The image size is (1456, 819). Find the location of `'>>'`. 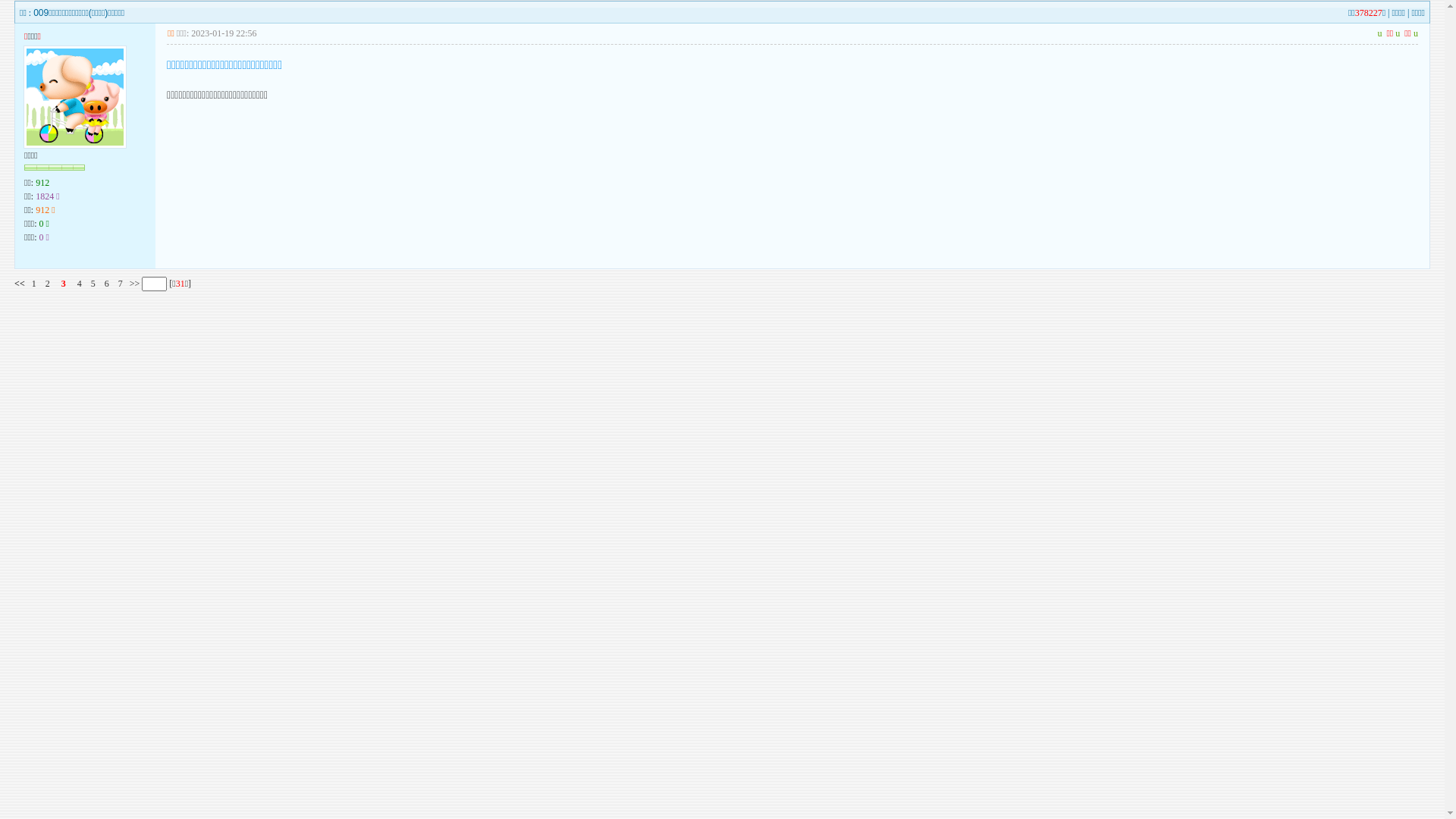

'>>' is located at coordinates (127, 284).